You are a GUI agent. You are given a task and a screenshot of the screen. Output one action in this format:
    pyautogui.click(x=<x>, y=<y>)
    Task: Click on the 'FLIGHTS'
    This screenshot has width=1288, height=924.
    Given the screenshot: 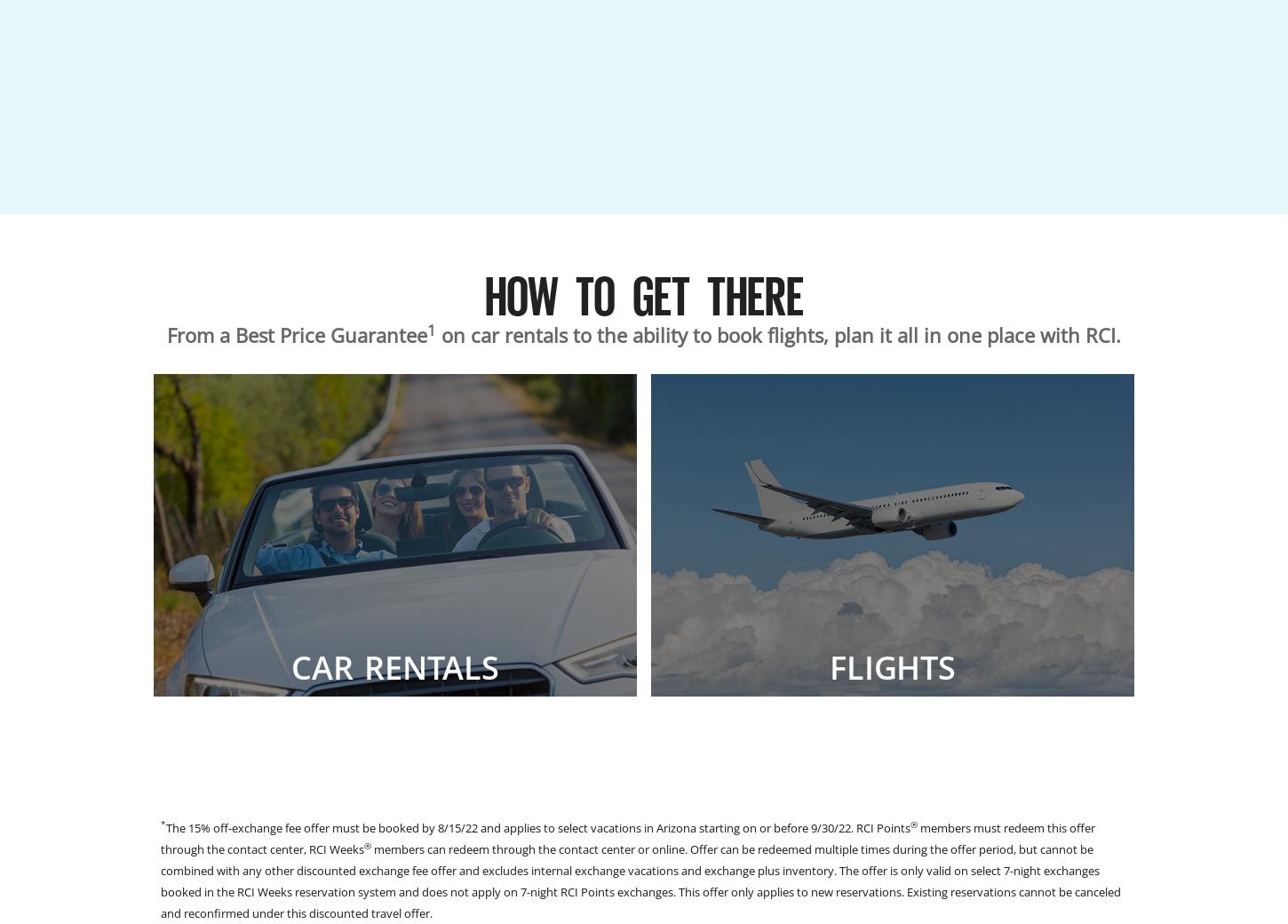 What is the action you would take?
    pyautogui.click(x=892, y=667)
    